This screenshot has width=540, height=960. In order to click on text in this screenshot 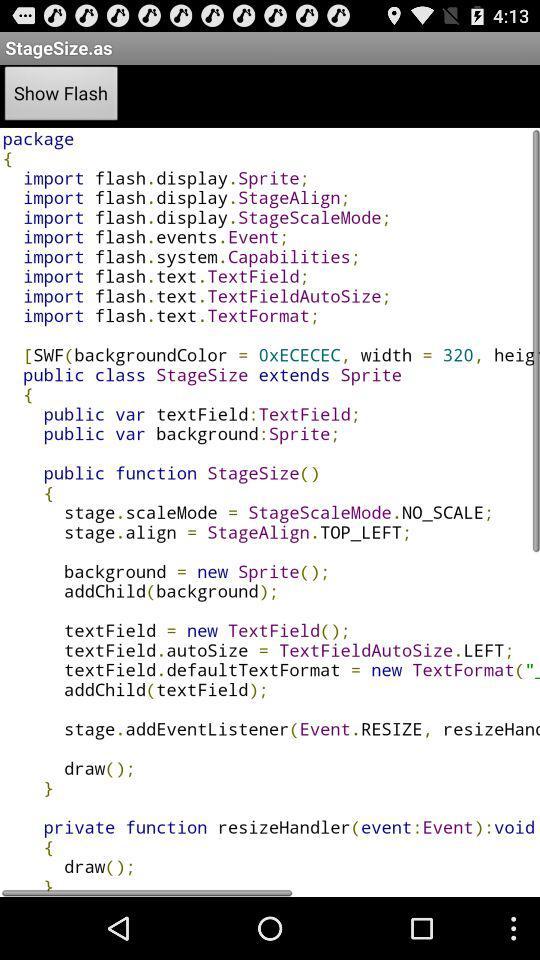, I will do `click(270, 511)`.